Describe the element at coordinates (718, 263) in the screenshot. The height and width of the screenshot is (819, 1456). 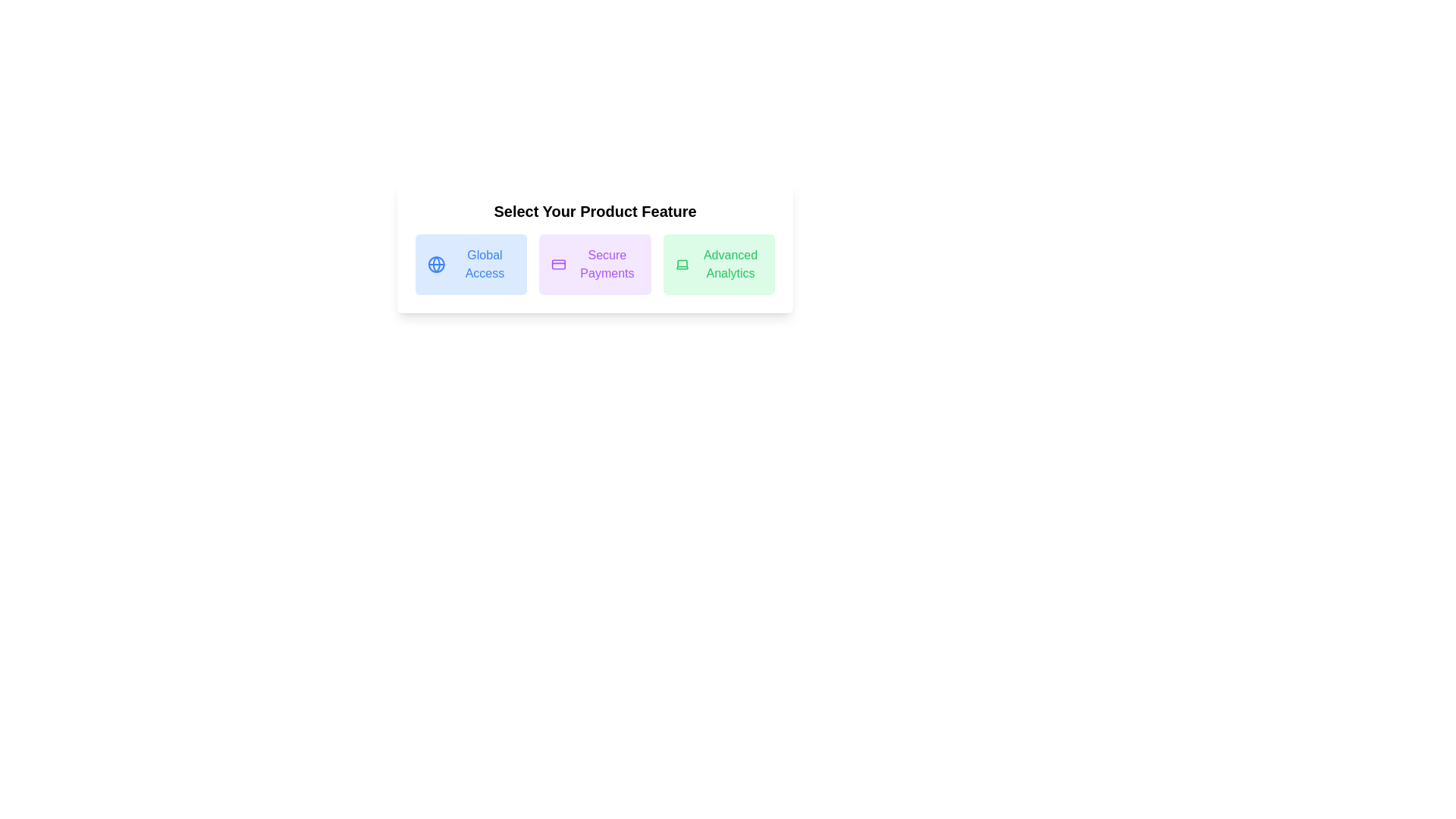
I see `the 'Advanced Analytics' button, which is a rectangular button with rounded corners, a bright green background, and contains a laptop icon on the left and green text on the right` at that location.